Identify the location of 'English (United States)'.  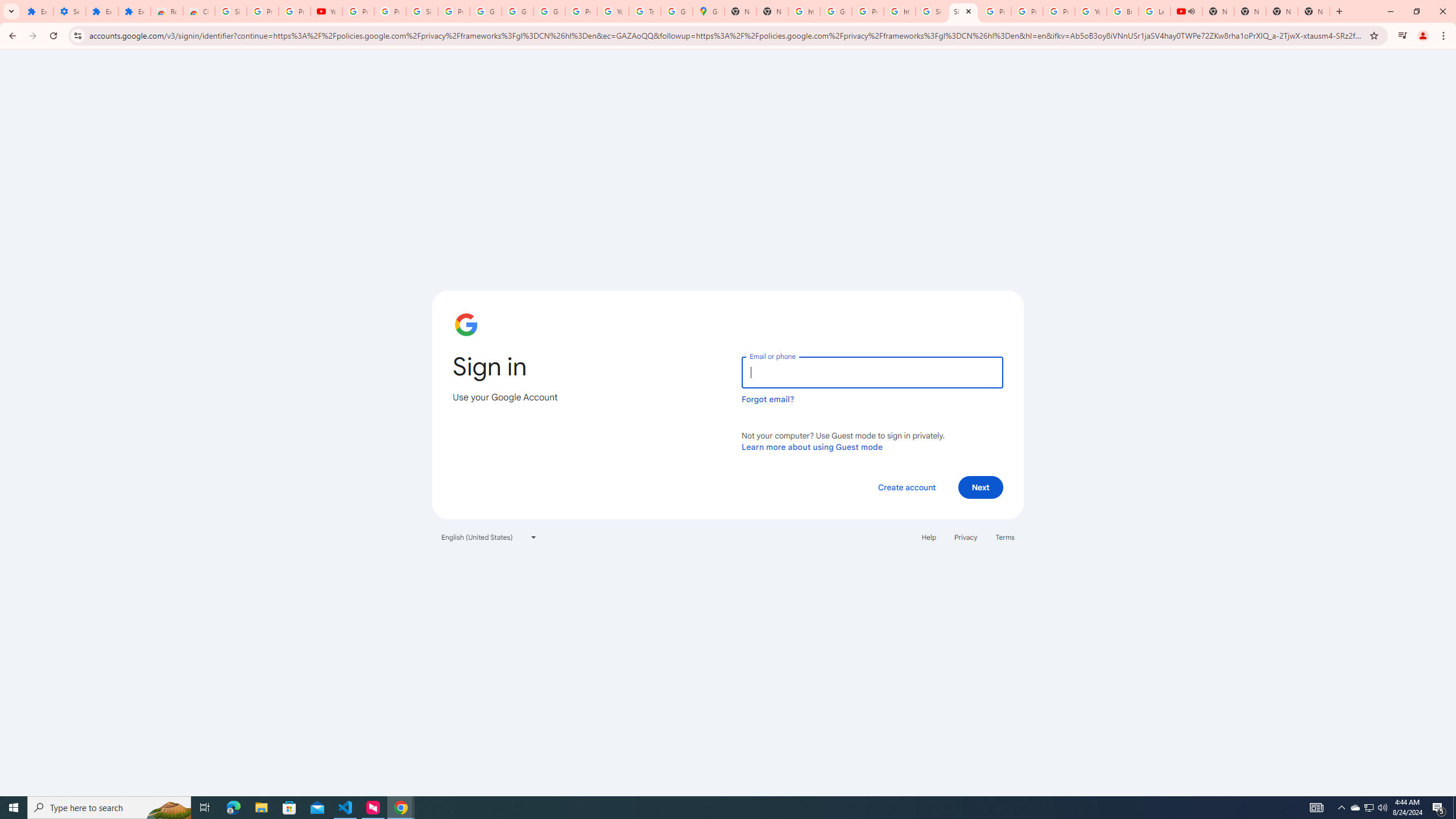
(489, 536).